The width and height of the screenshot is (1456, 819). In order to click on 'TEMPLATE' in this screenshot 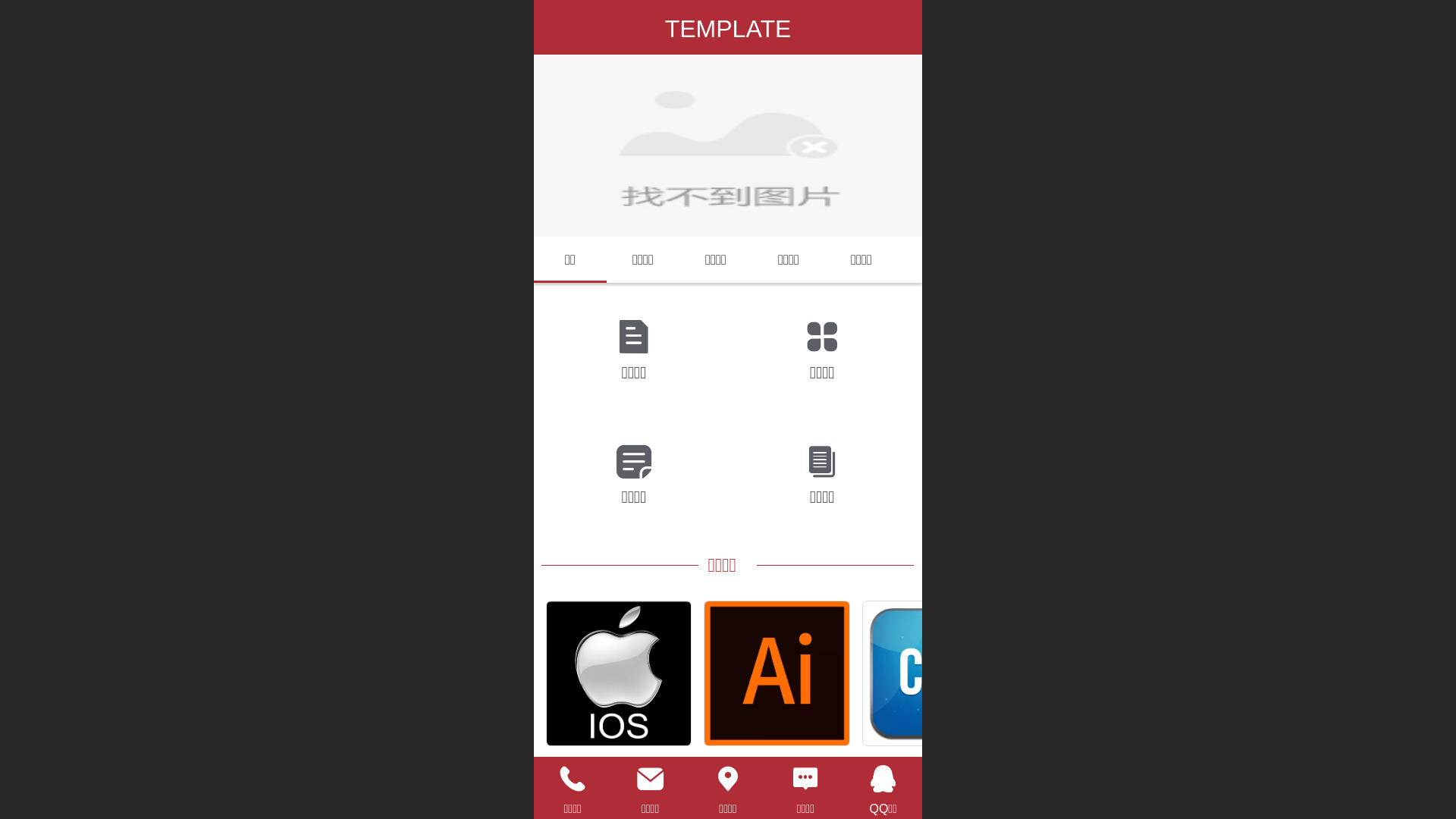, I will do `click(728, 29)`.